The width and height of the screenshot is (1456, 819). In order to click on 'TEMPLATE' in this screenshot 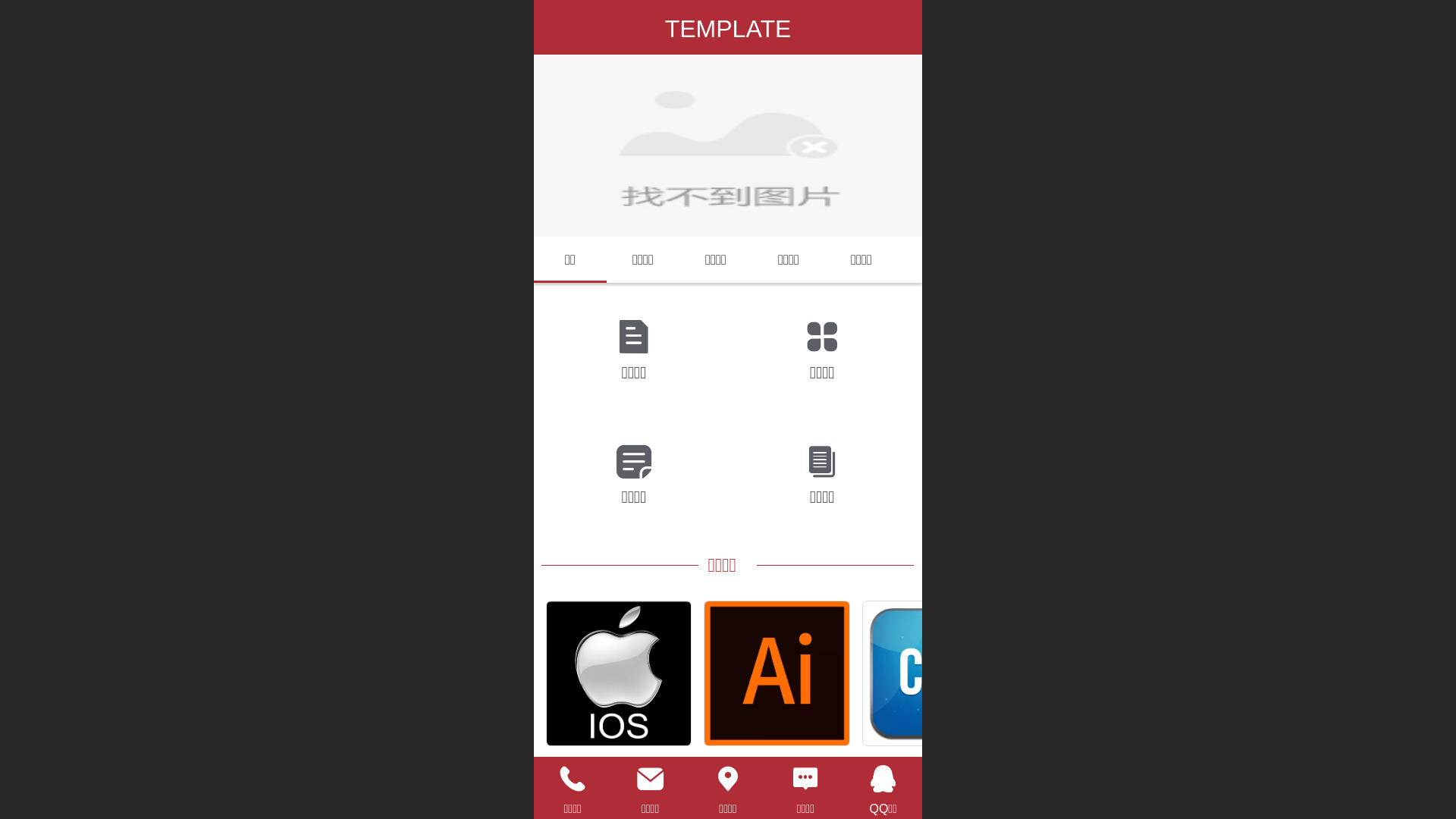, I will do `click(728, 29)`.